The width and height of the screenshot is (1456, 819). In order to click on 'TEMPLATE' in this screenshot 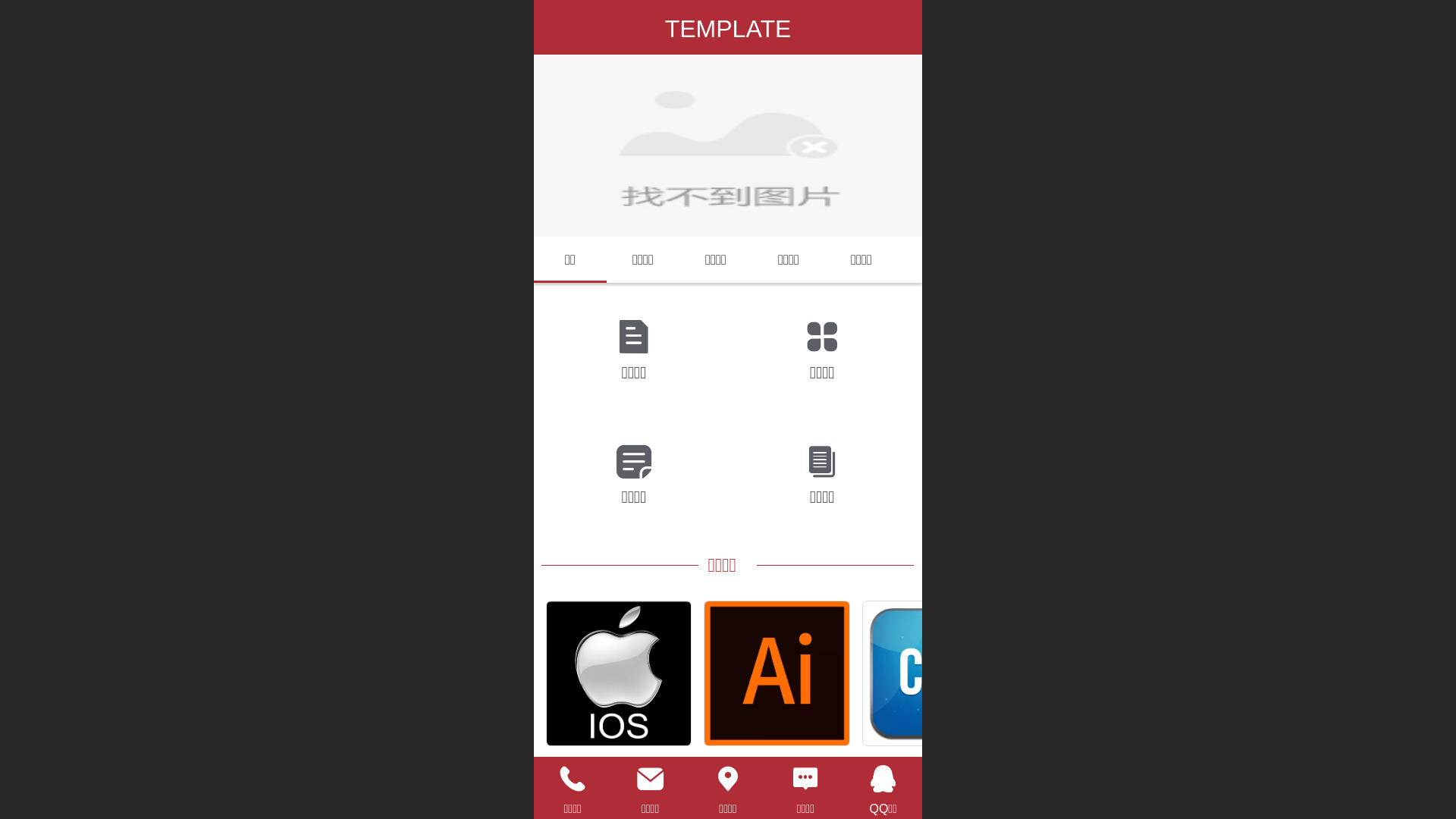, I will do `click(728, 29)`.